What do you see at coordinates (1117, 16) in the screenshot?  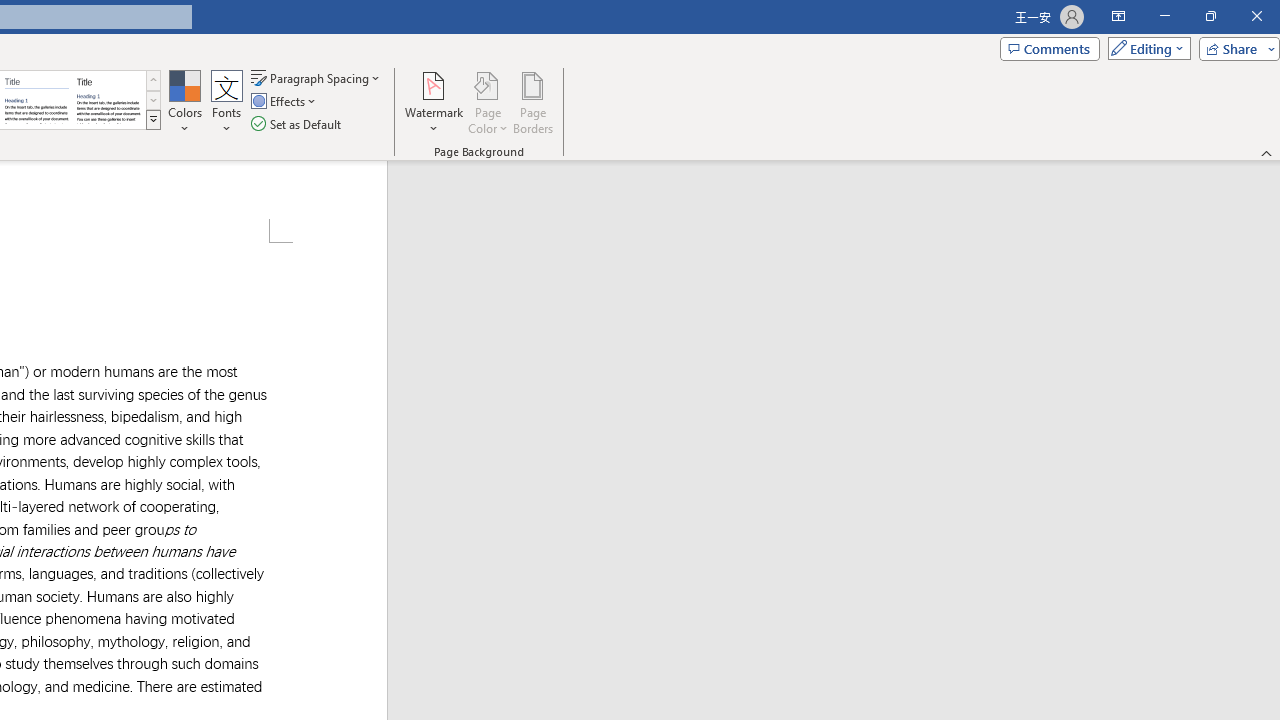 I see `'Ribbon Display Options'` at bounding box center [1117, 16].